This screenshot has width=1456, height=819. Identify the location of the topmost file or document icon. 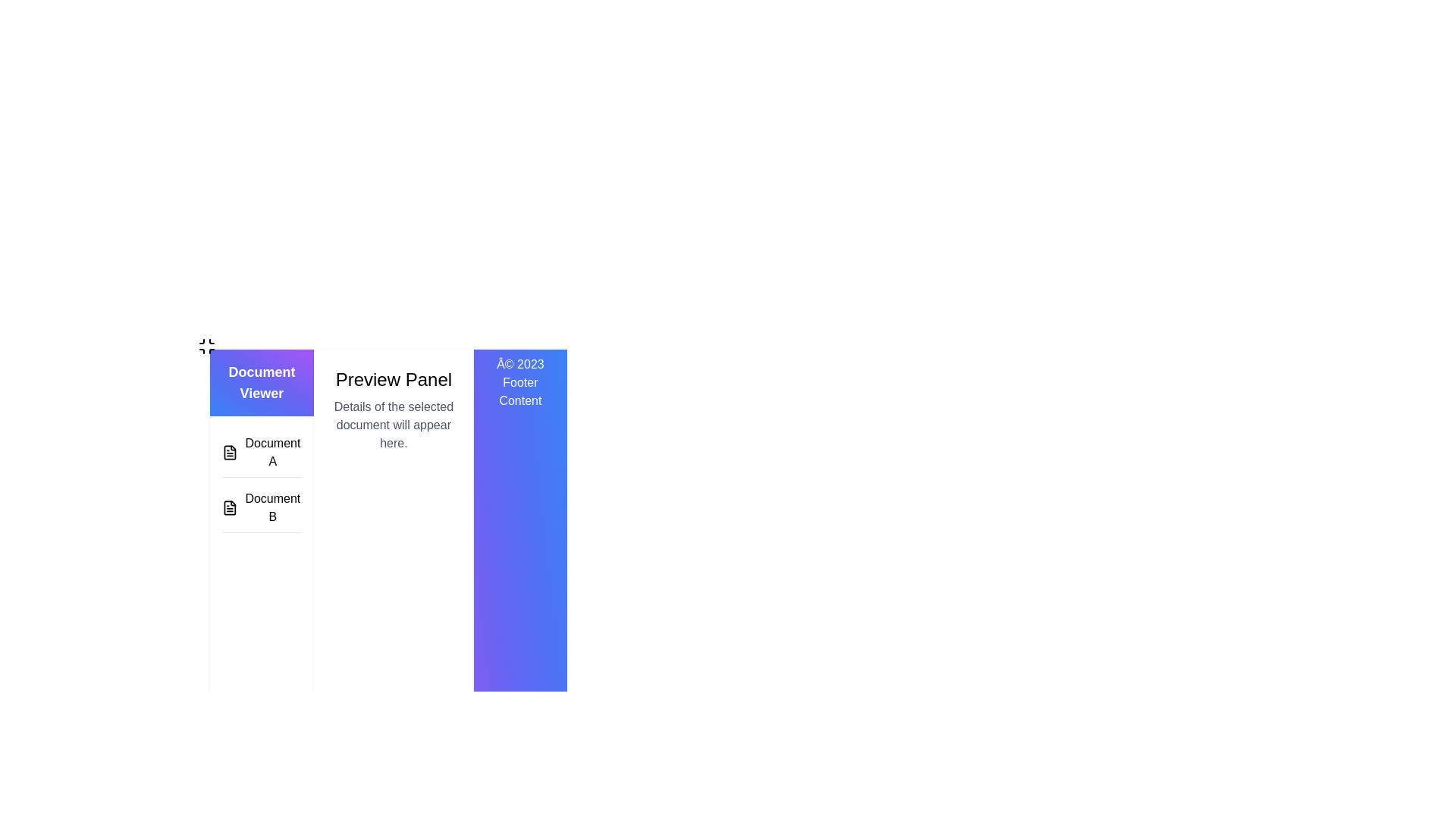
(229, 452).